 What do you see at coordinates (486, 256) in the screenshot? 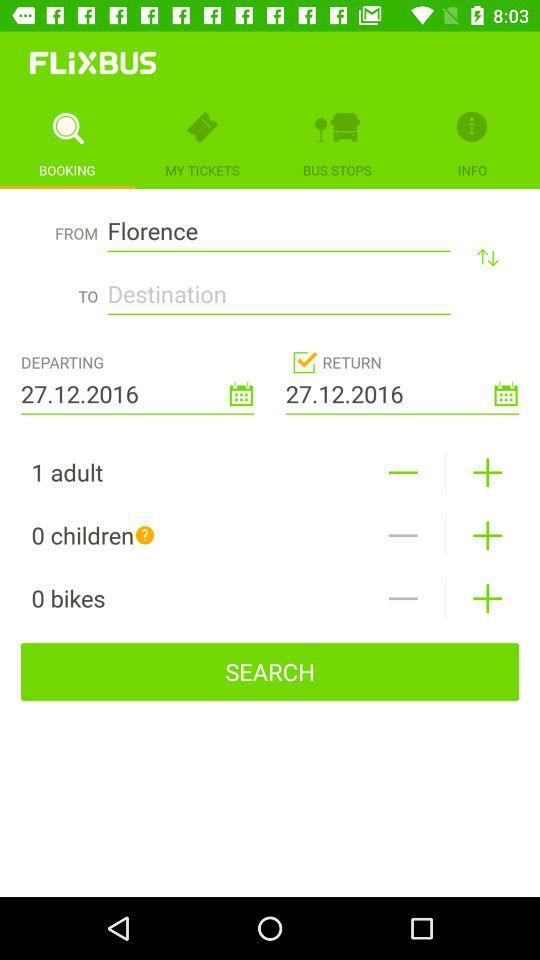
I see `switch origin and destination` at bounding box center [486, 256].